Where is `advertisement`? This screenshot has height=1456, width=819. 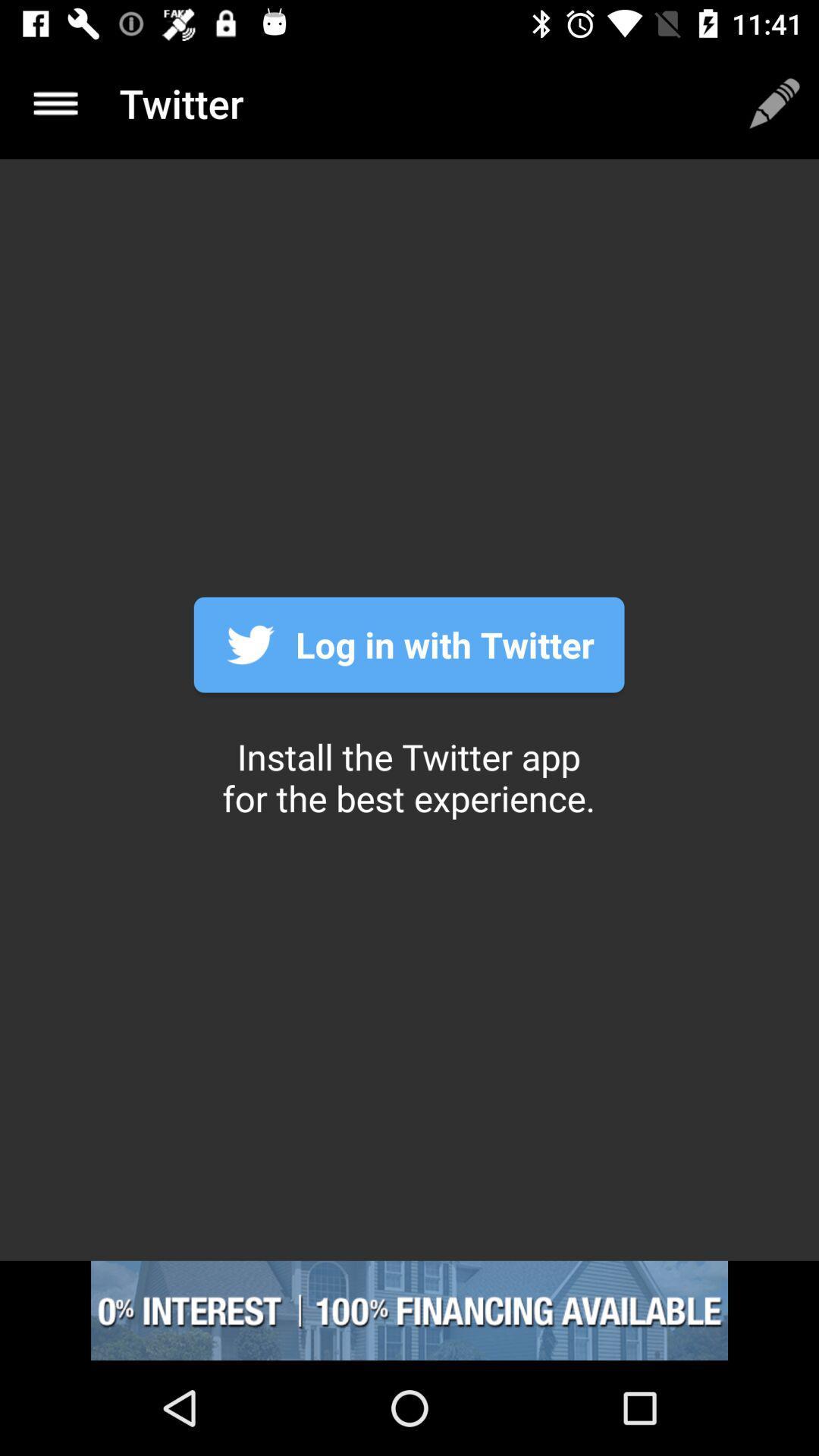
advertisement is located at coordinates (409, 1310).